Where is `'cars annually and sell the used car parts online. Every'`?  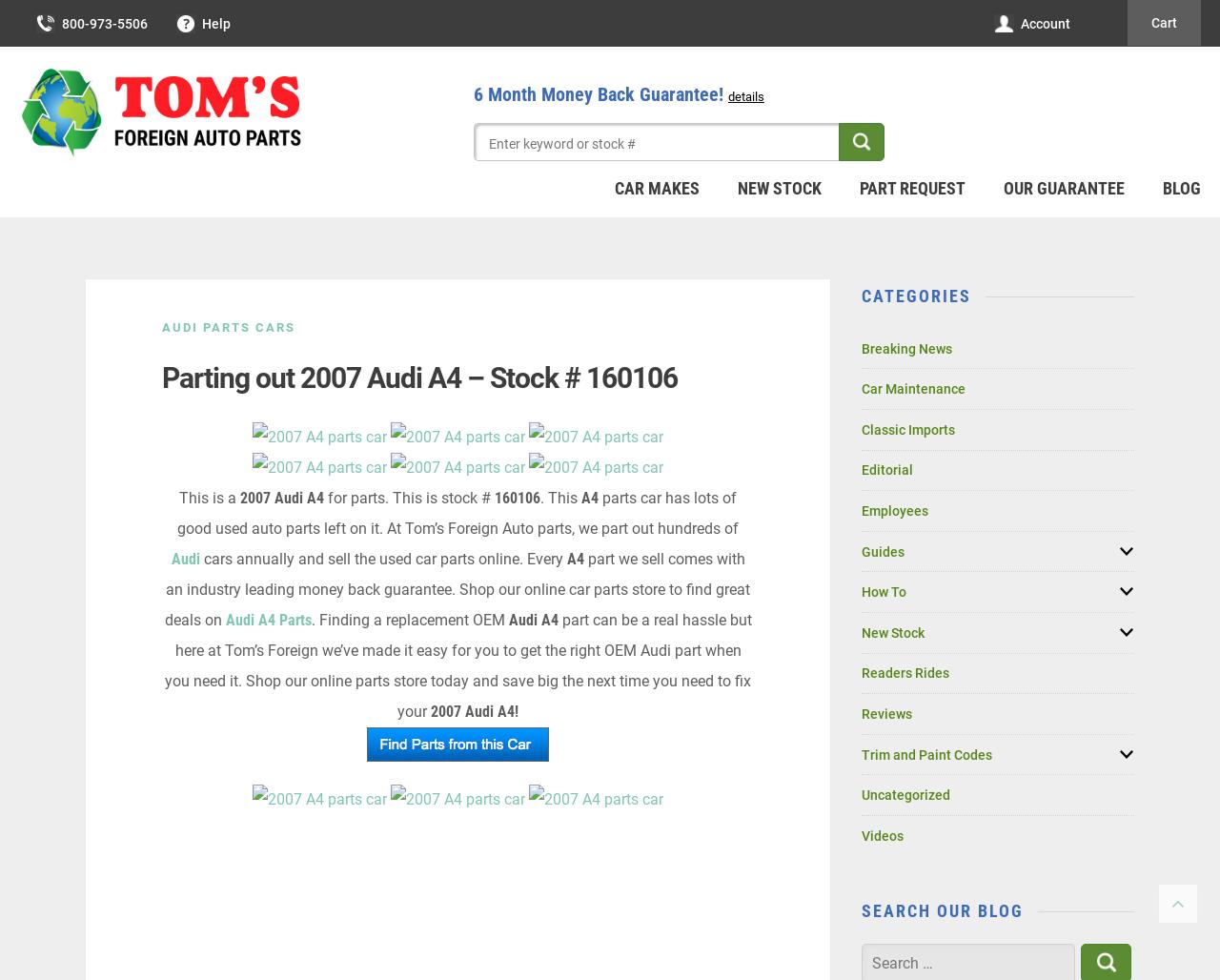 'cars annually and sell the used car parts online. Every' is located at coordinates (381, 558).